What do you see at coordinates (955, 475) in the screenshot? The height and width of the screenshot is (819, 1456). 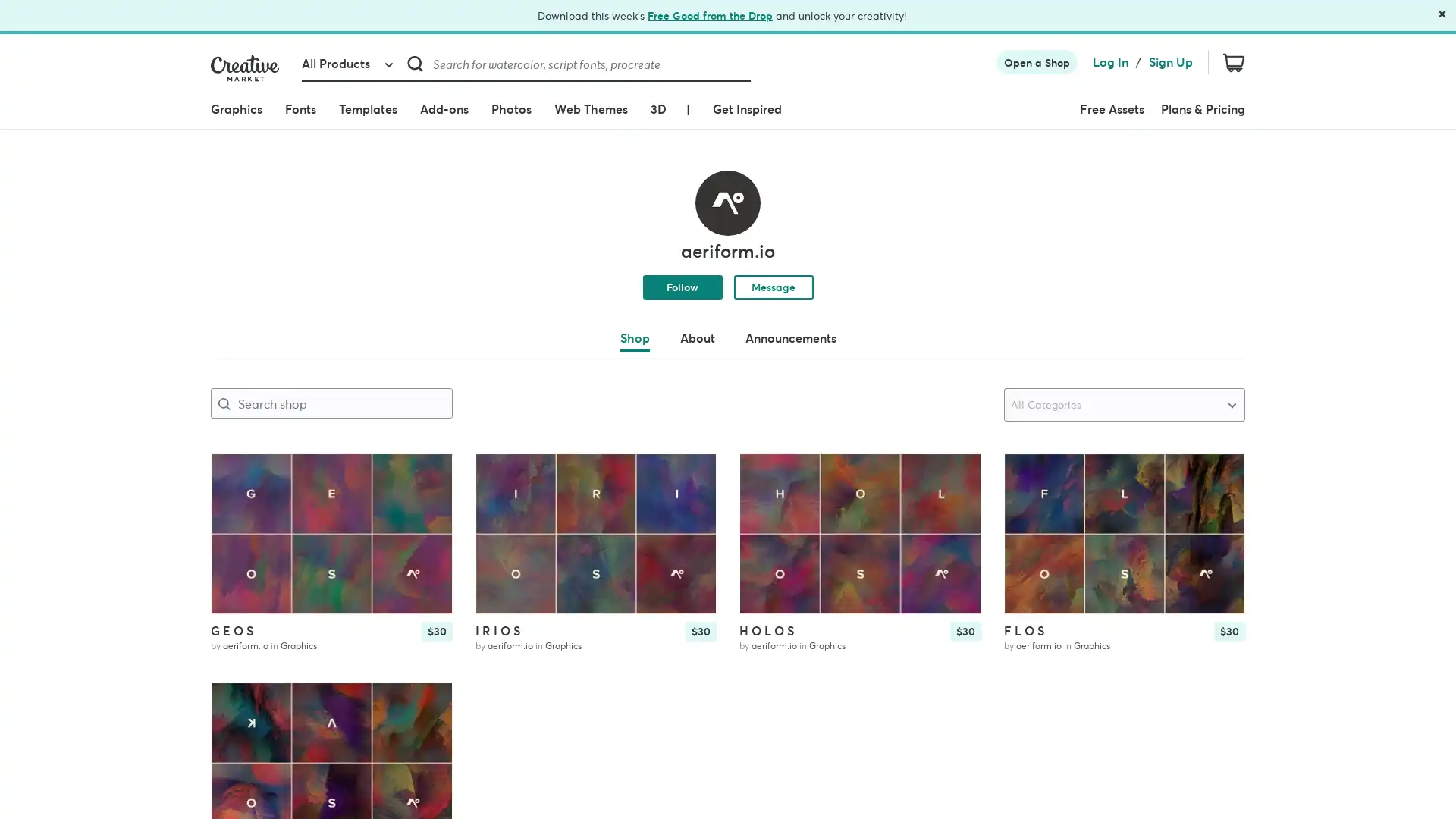 I see `Like` at bounding box center [955, 475].